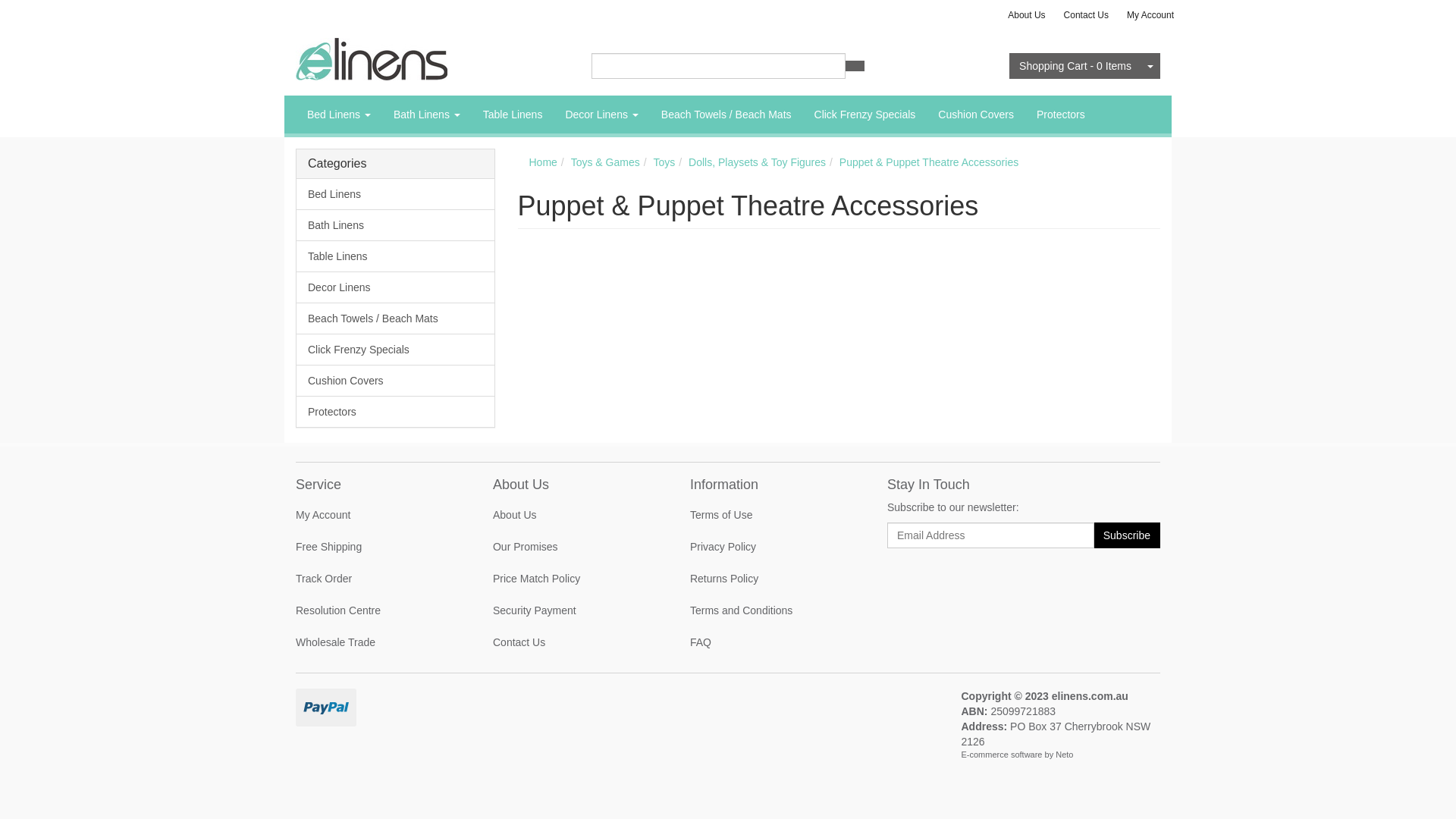  I want to click on 'Wholesale Trade', so click(284, 642).